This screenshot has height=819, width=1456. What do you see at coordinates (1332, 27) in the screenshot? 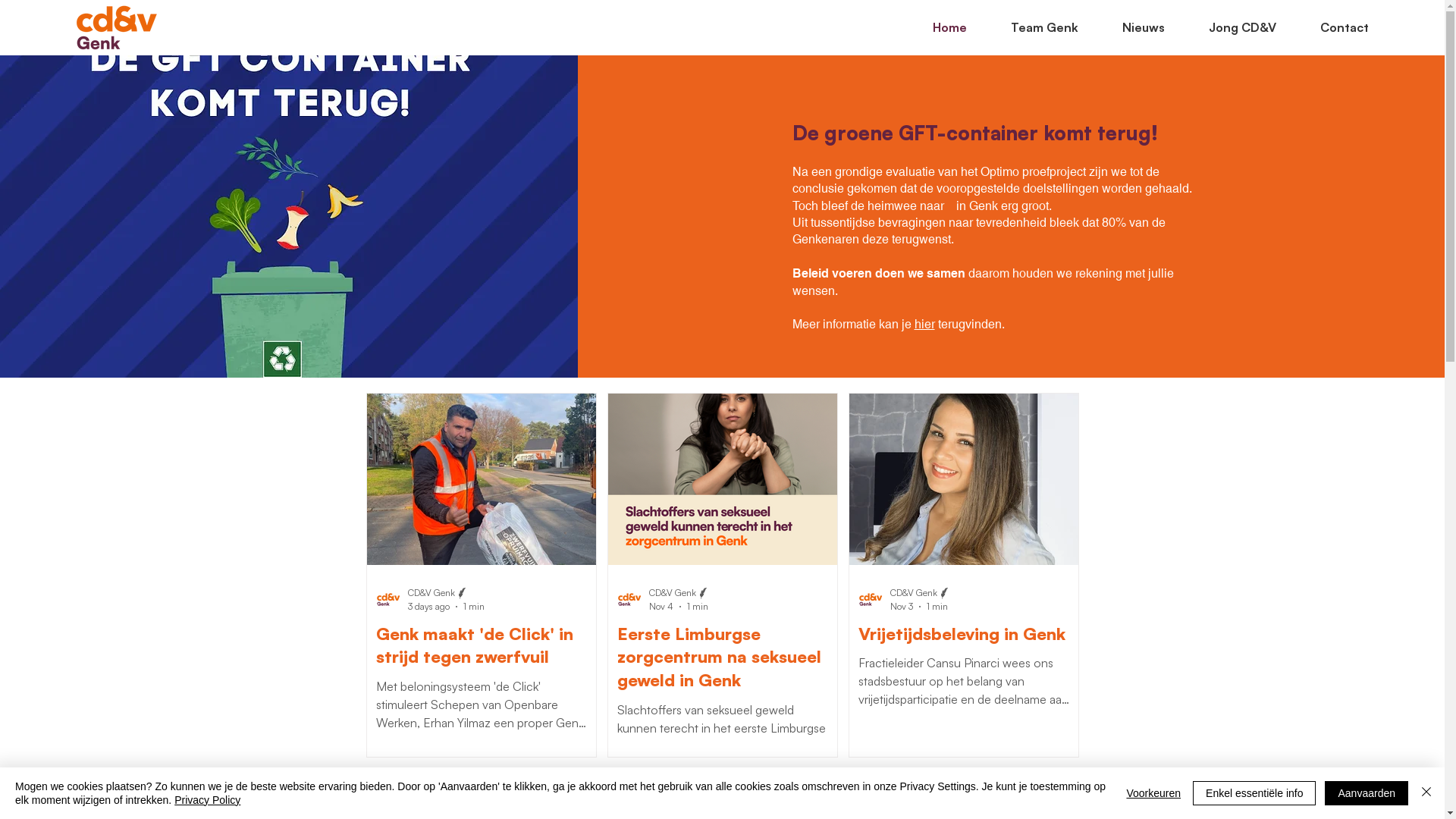
I see `'Contact'` at bounding box center [1332, 27].